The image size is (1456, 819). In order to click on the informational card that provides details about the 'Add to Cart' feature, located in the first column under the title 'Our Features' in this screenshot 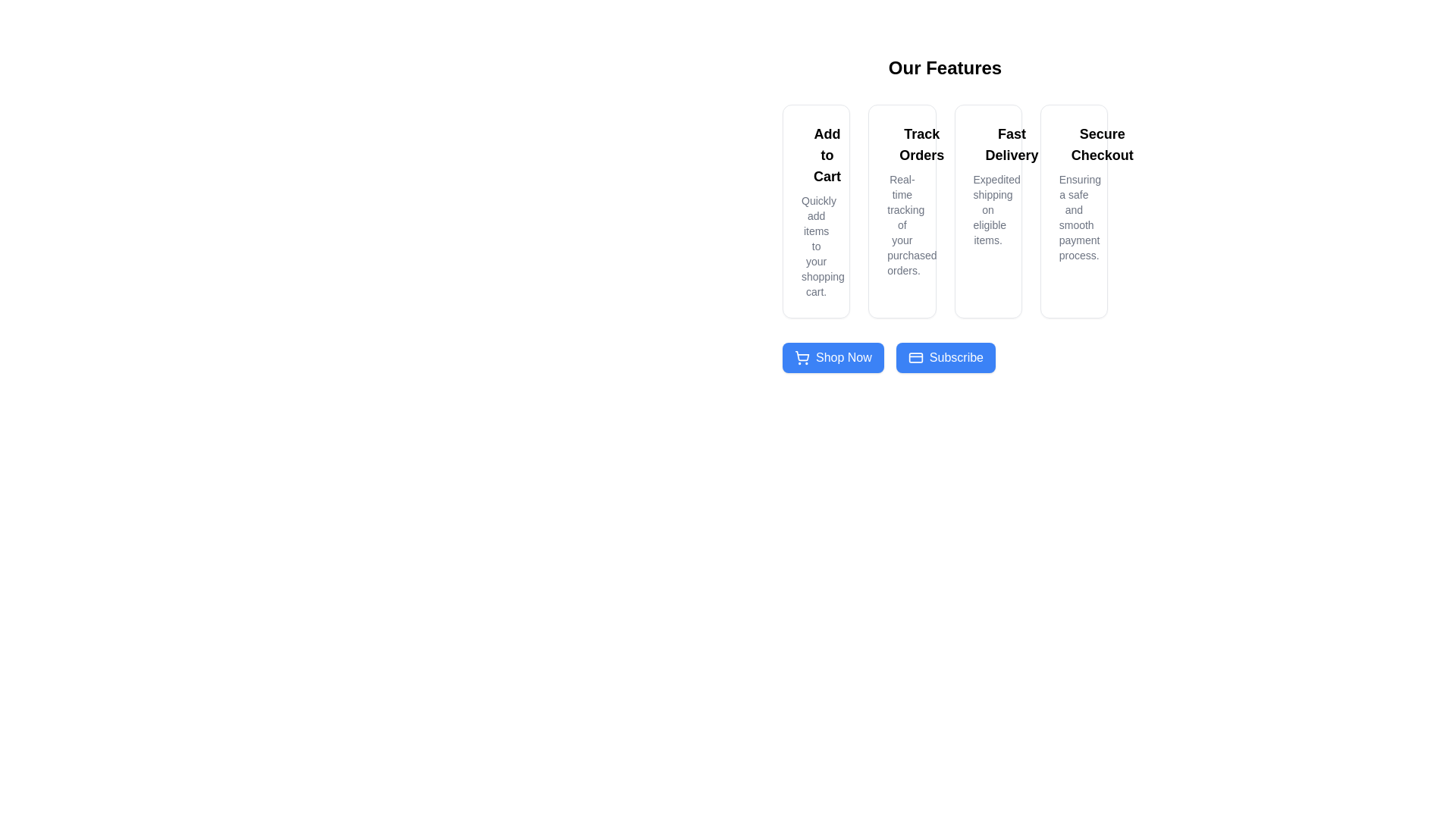, I will do `click(815, 211)`.